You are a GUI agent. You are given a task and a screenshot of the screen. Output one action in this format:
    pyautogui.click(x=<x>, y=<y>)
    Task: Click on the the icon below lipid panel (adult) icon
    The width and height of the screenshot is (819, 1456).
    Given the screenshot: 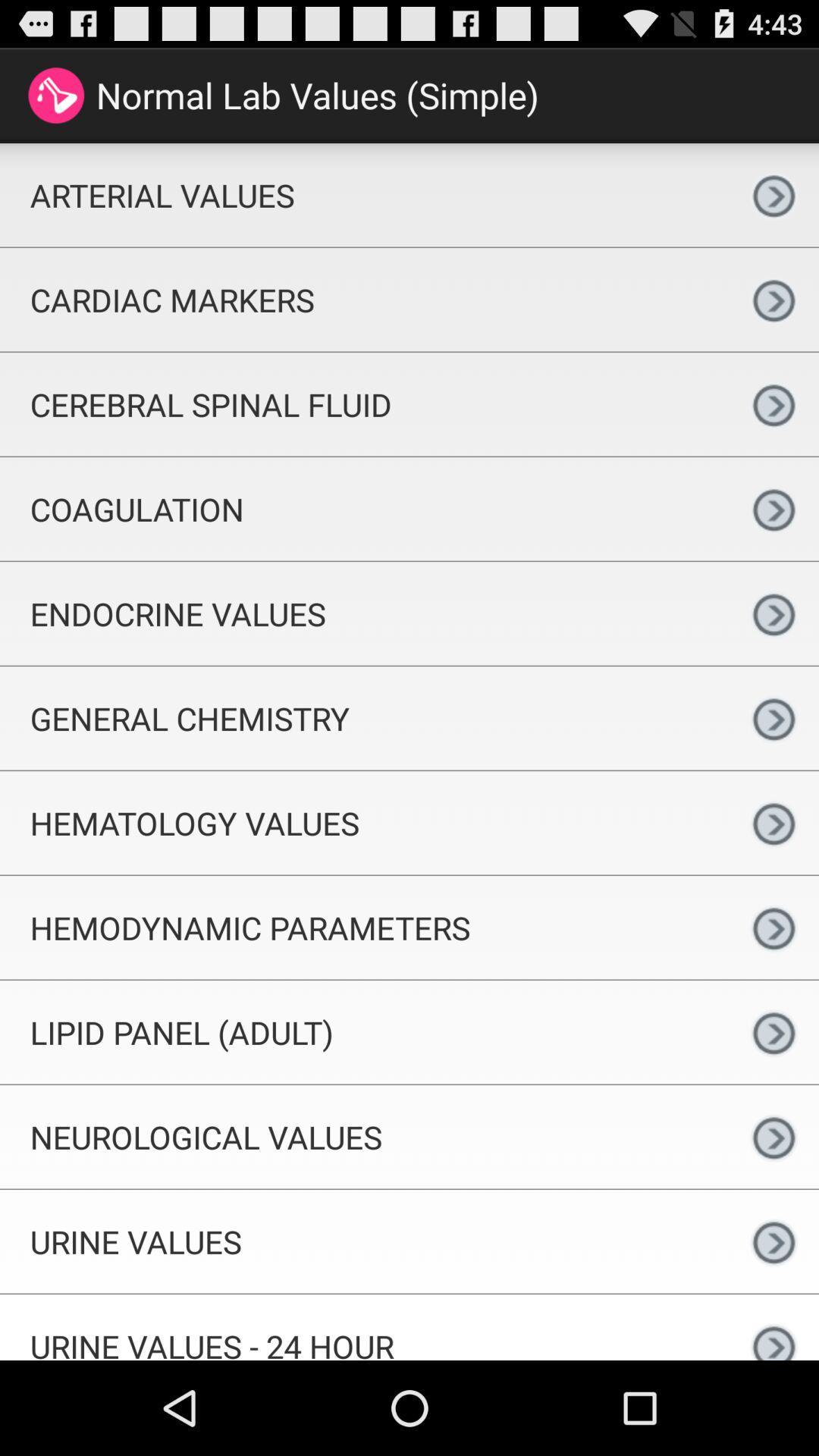 What is the action you would take?
    pyautogui.click(x=364, y=1137)
    